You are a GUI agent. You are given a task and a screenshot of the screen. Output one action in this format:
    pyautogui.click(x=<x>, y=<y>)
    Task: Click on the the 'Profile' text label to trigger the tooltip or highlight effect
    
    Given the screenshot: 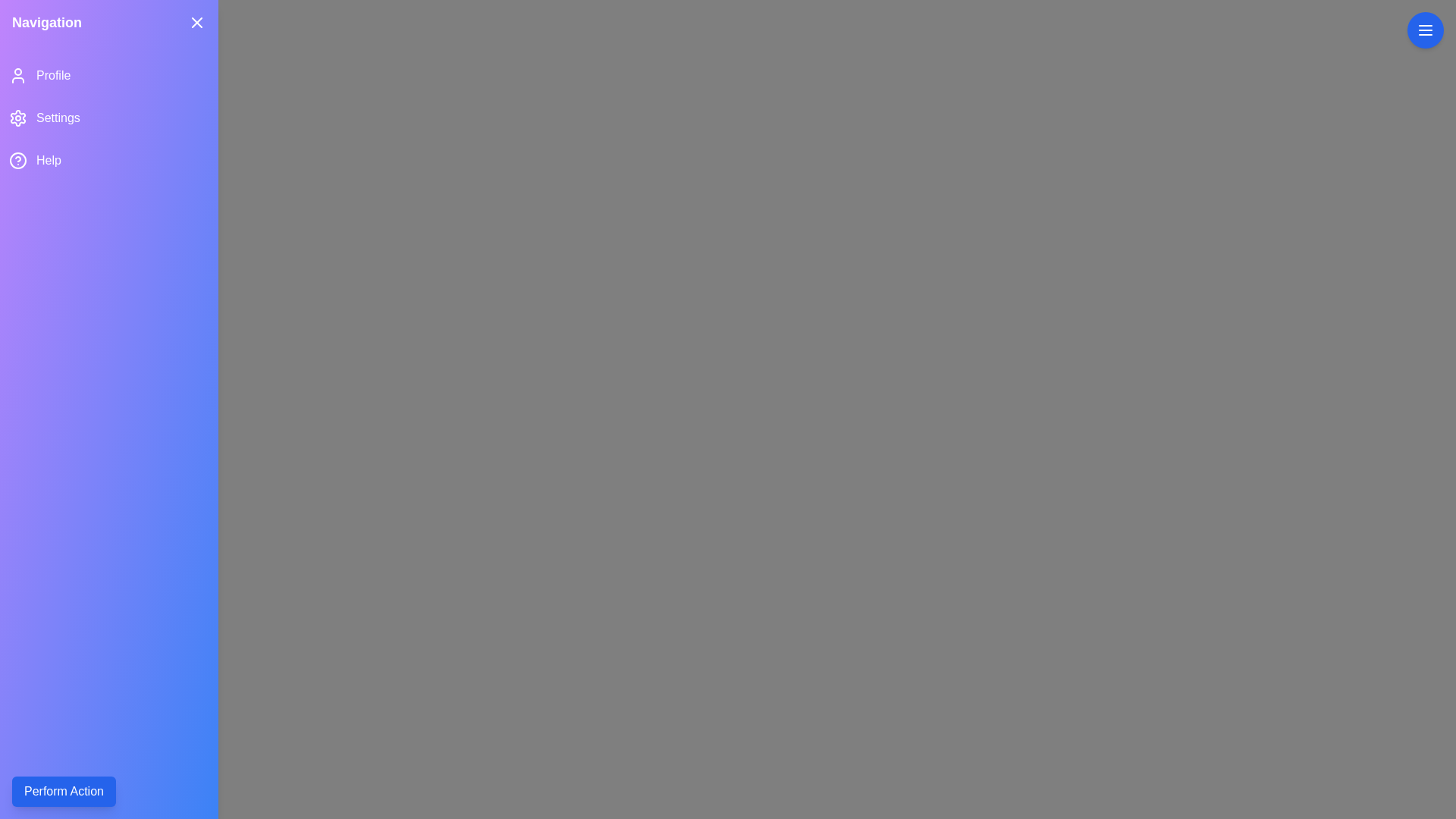 What is the action you would take?
    pyautogui.click(x=53, y=76)
    